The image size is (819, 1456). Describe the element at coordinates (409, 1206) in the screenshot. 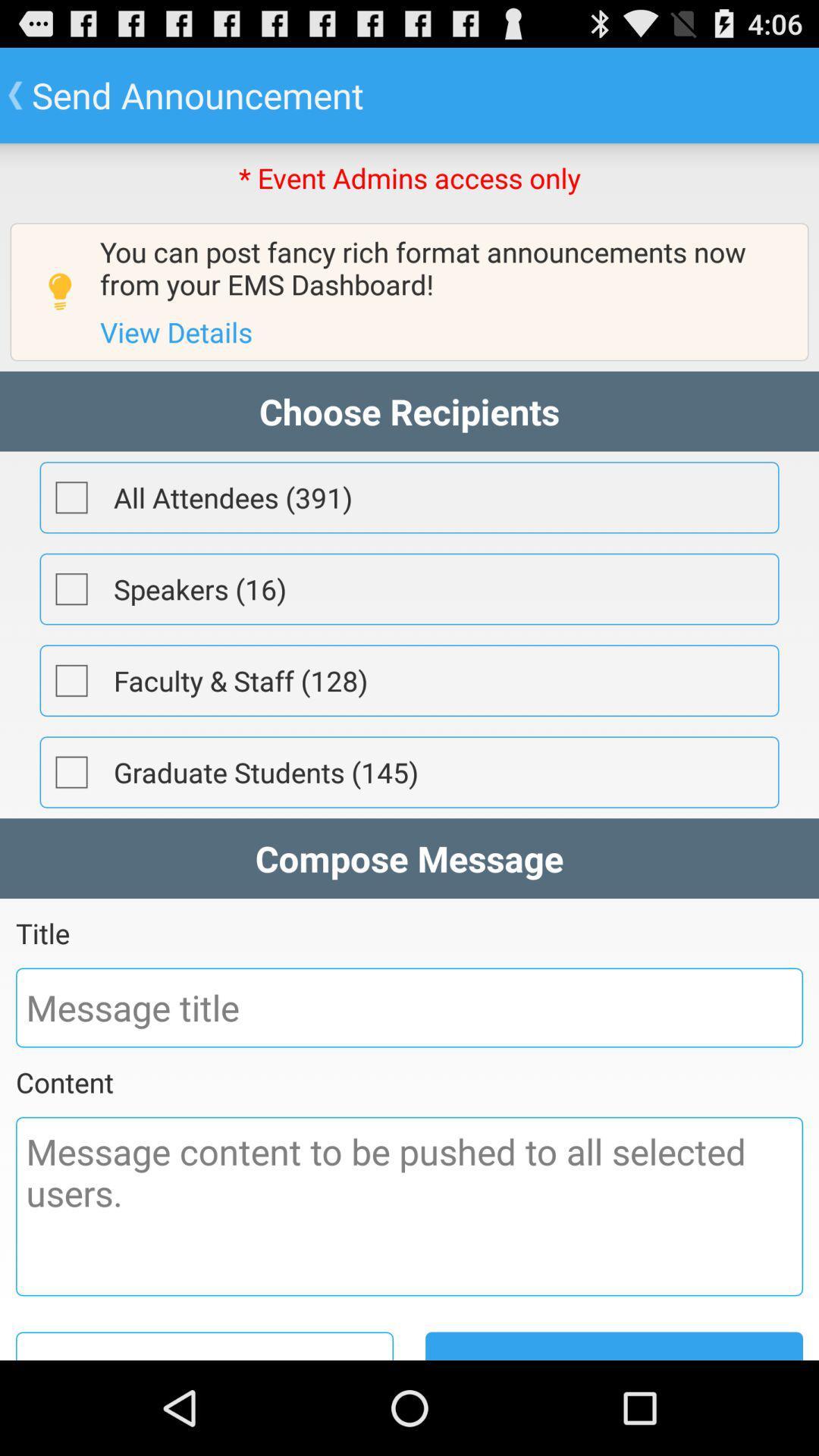

I see `compose message` at that location.